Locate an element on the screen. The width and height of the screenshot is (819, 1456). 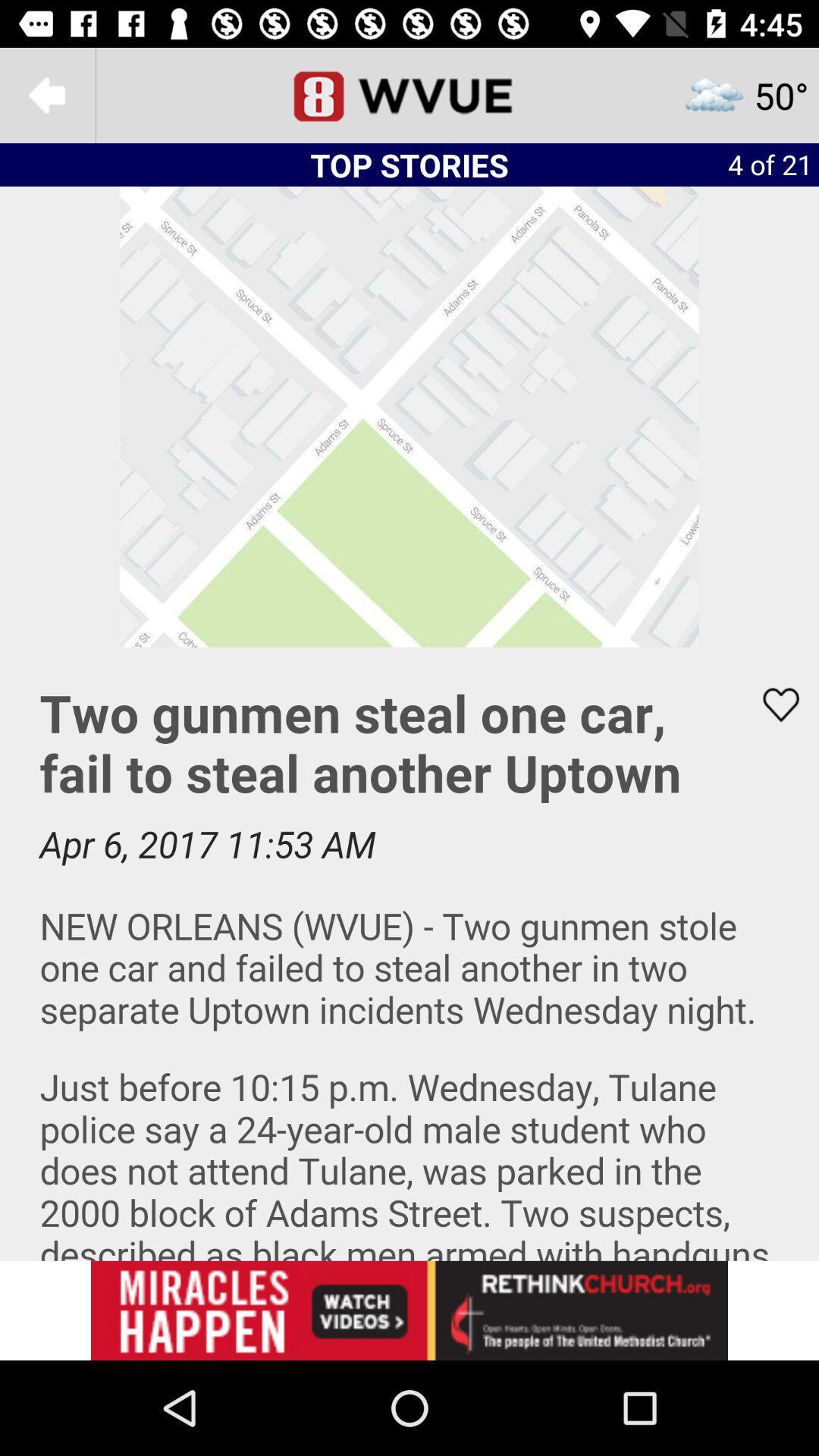
the favorite icon is located at coordinates (771, 704).